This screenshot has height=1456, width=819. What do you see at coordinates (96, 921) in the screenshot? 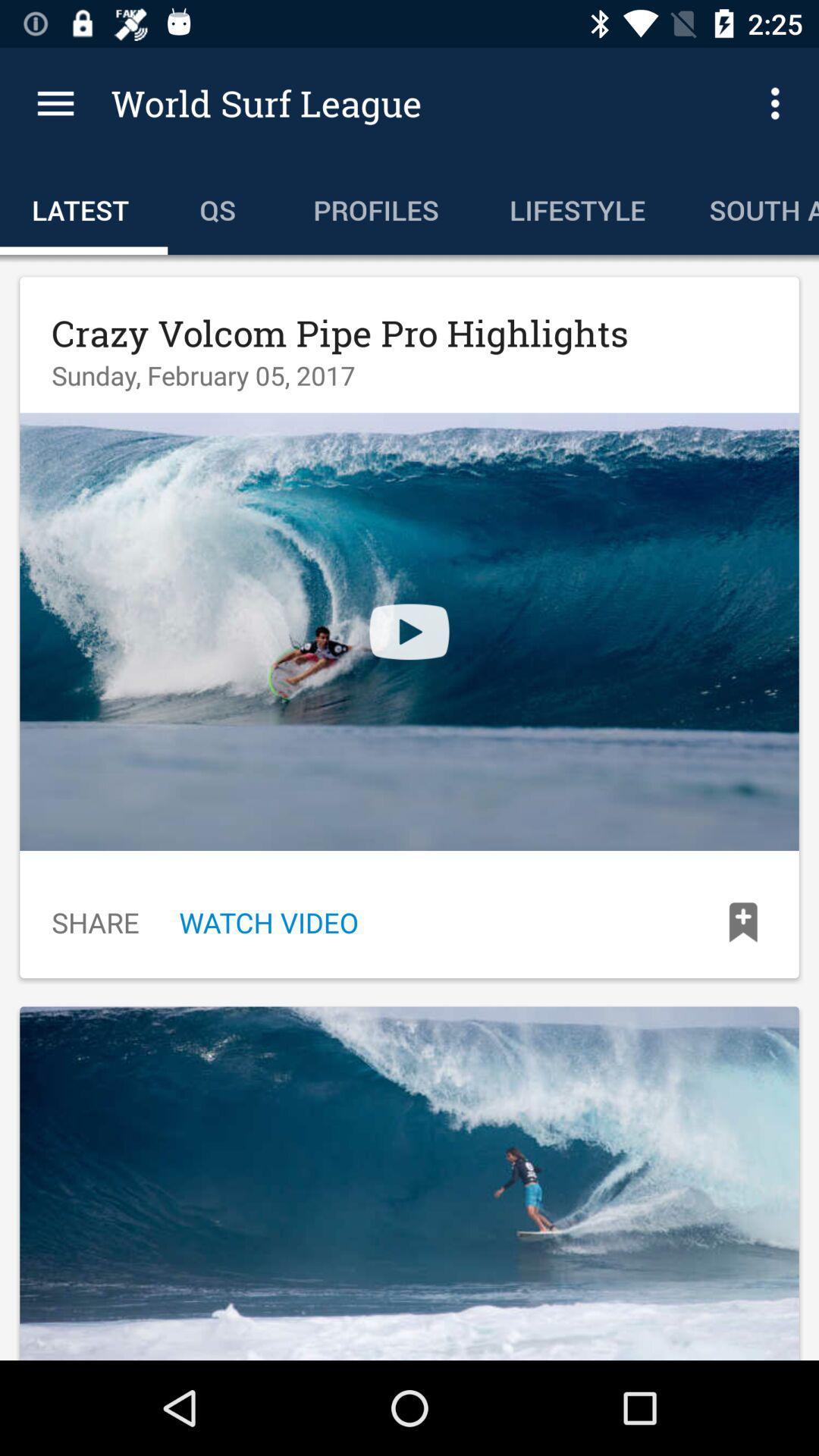
I see `icon to the left of the watch video item` at bounding box center [96, 921].